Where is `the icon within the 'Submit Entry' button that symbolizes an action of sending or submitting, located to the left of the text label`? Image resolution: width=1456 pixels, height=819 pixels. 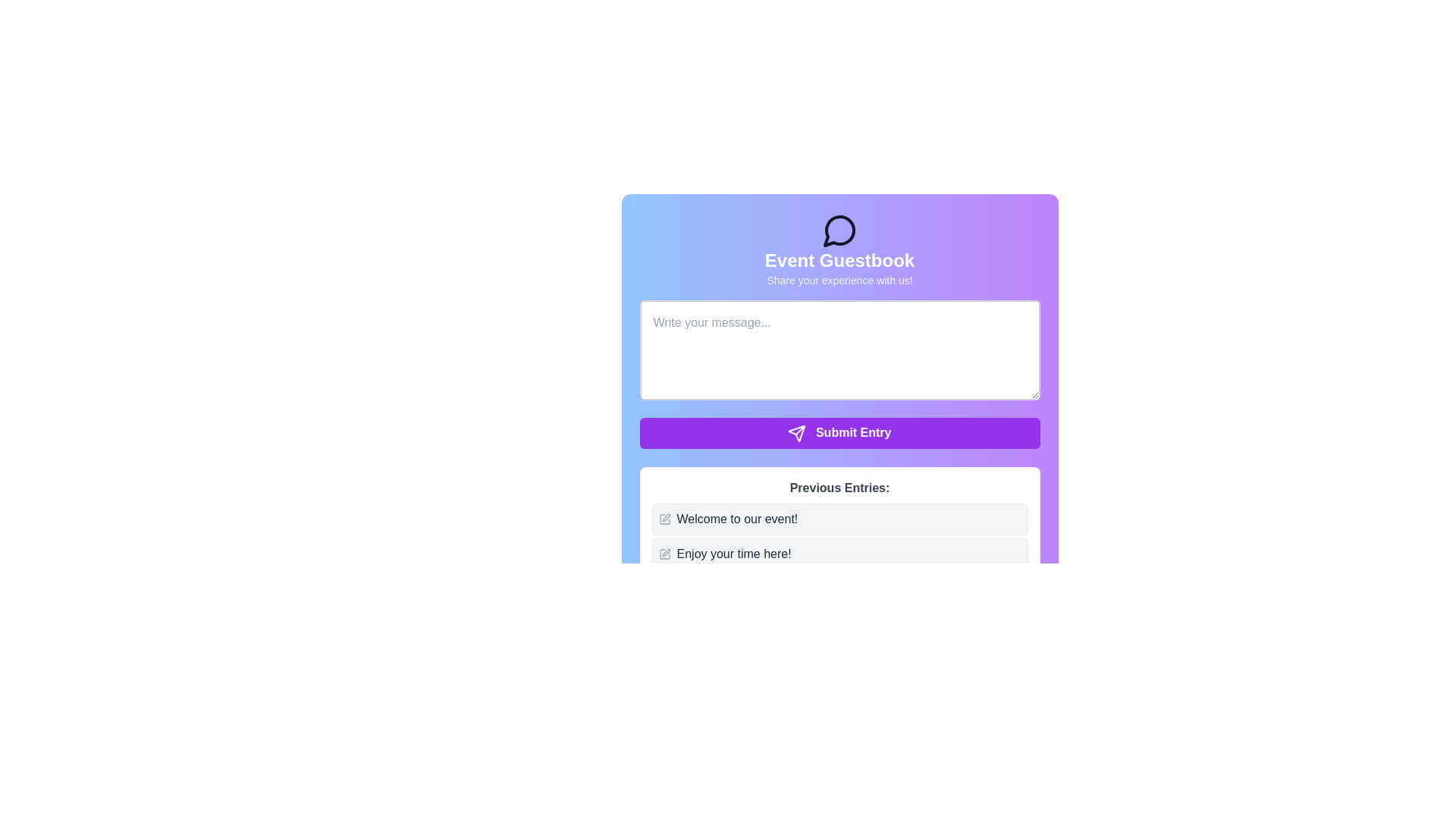
the icon within the 'Submit Entry' button that symbolizes an action of sending or submitting, located to the left of the text label is located at coordinates (796, 433).